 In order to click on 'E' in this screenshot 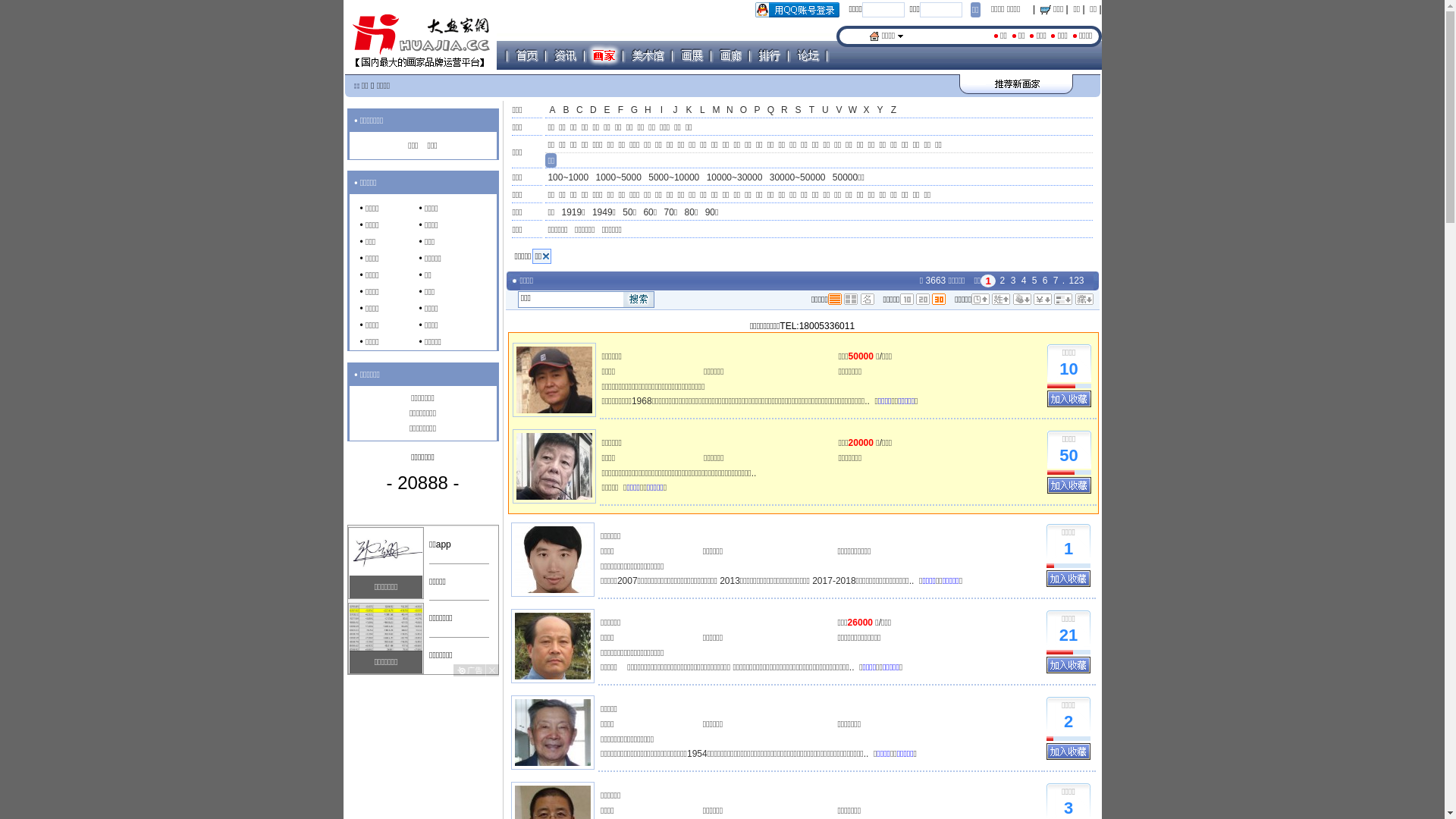, I will do `click(607, 110)`.